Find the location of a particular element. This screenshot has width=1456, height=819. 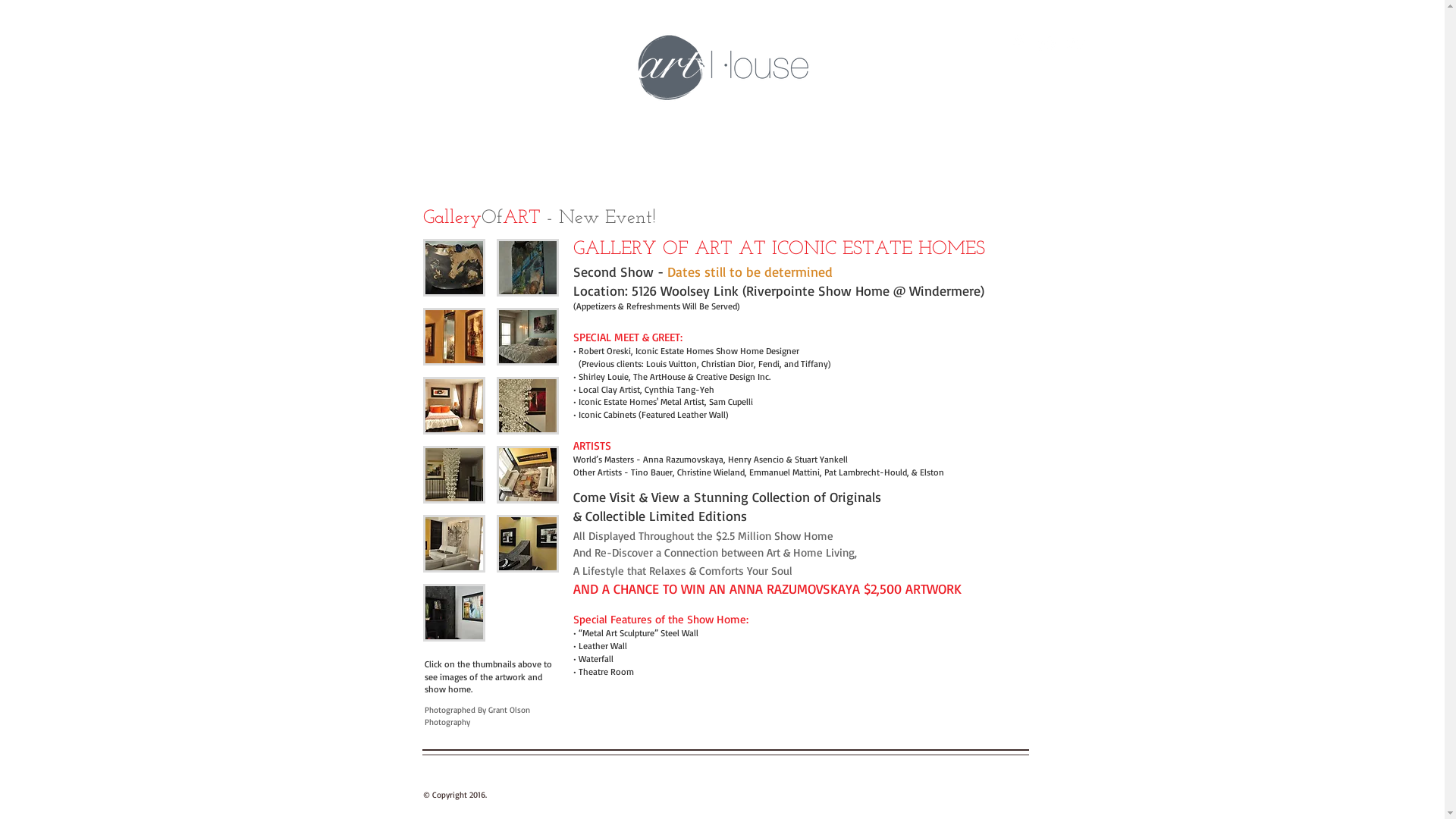

'ArtHouse_logo_2016_col_simple.png' is located at coordinates (722, 67).